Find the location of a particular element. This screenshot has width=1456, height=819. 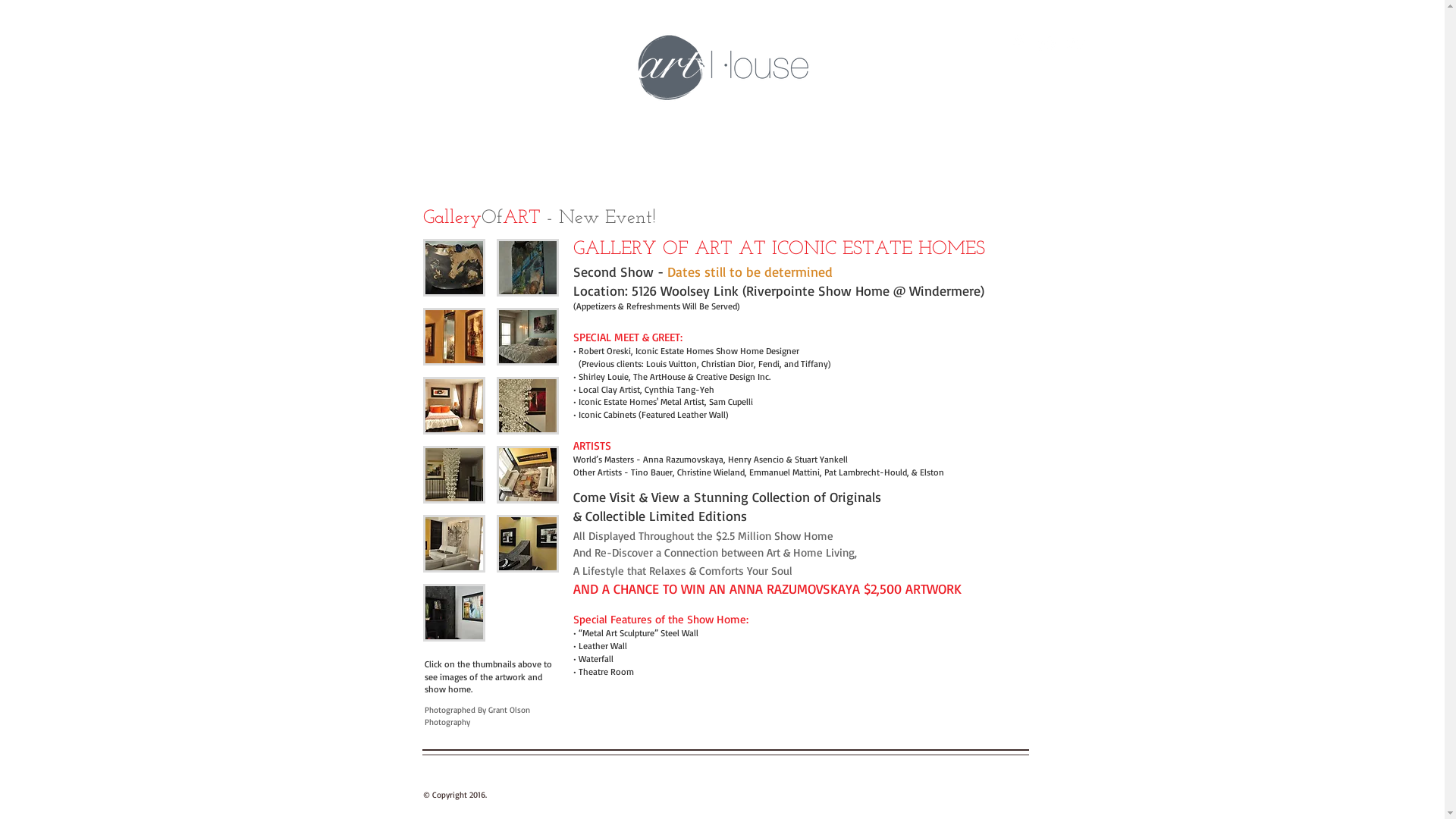

'ArtHouse_logo_2016_col_simple.png' is located at coordinates (722, 67).